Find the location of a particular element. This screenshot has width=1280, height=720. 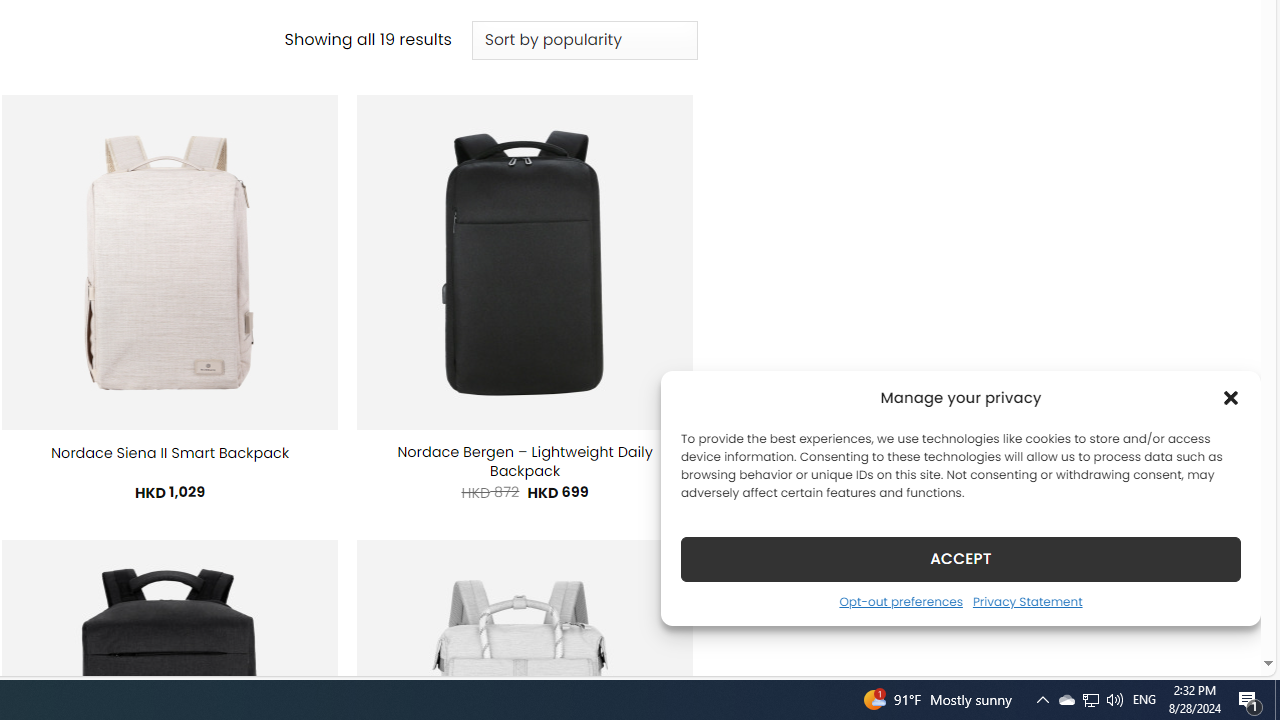

'Opt-out preferences' is located at coordinates (899, 600).